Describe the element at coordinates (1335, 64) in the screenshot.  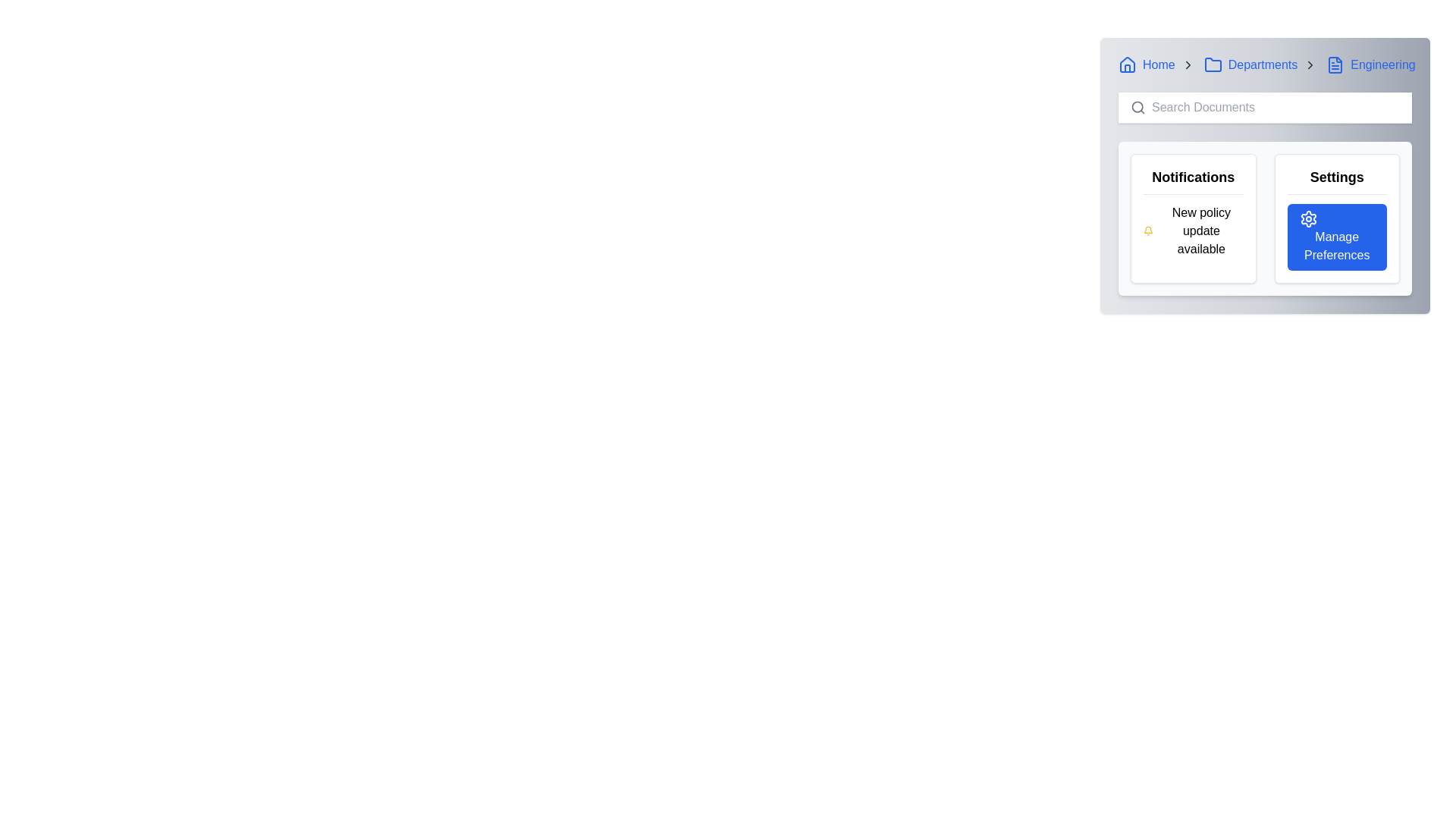
I see `the 'Engineering' icon in the breadcrumb navigation` at that location.